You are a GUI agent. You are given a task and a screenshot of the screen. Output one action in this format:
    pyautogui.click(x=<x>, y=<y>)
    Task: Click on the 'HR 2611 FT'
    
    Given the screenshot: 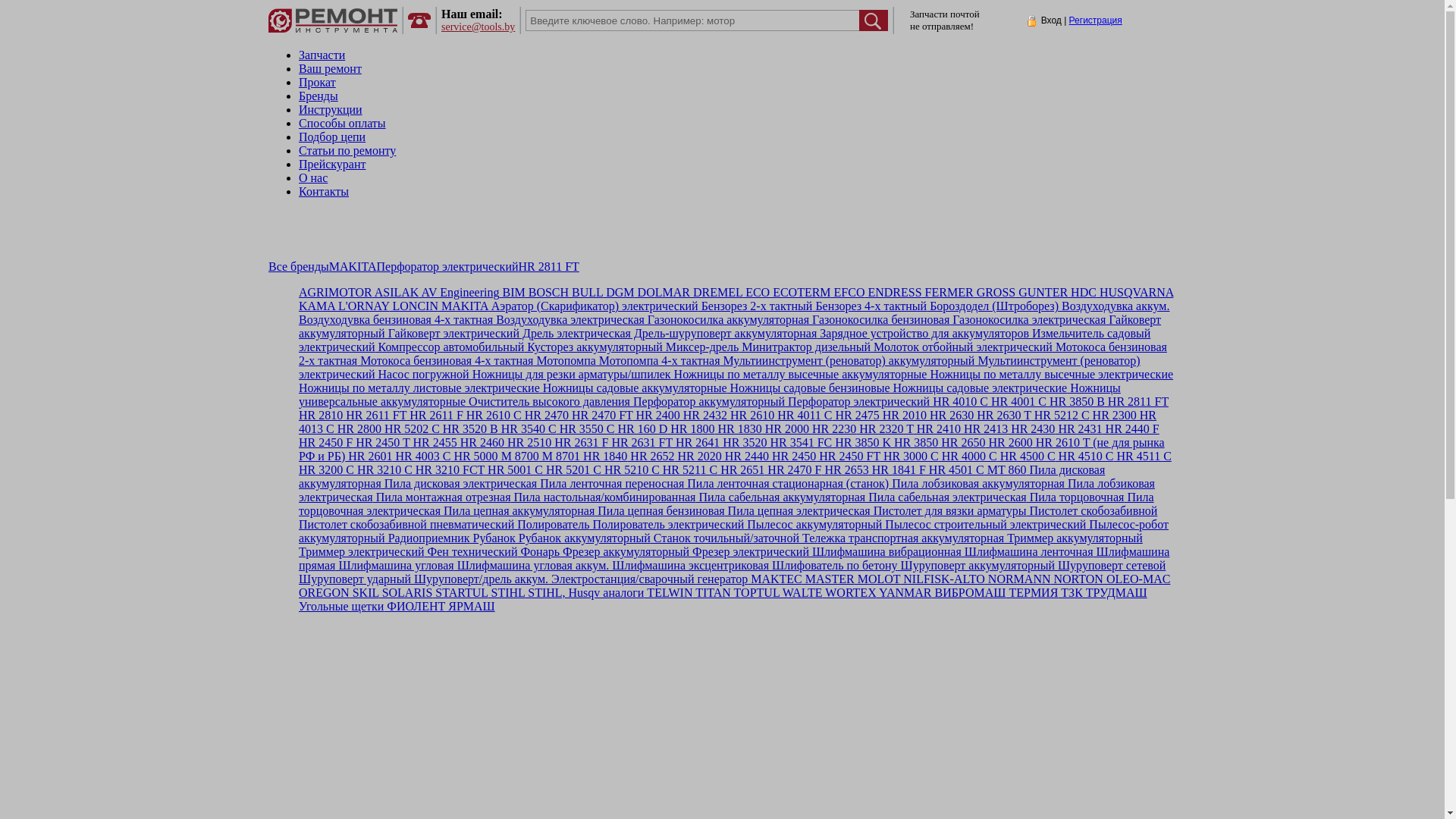 What is the action you would take?
    pyautogui.click(x=375, y=415)
    